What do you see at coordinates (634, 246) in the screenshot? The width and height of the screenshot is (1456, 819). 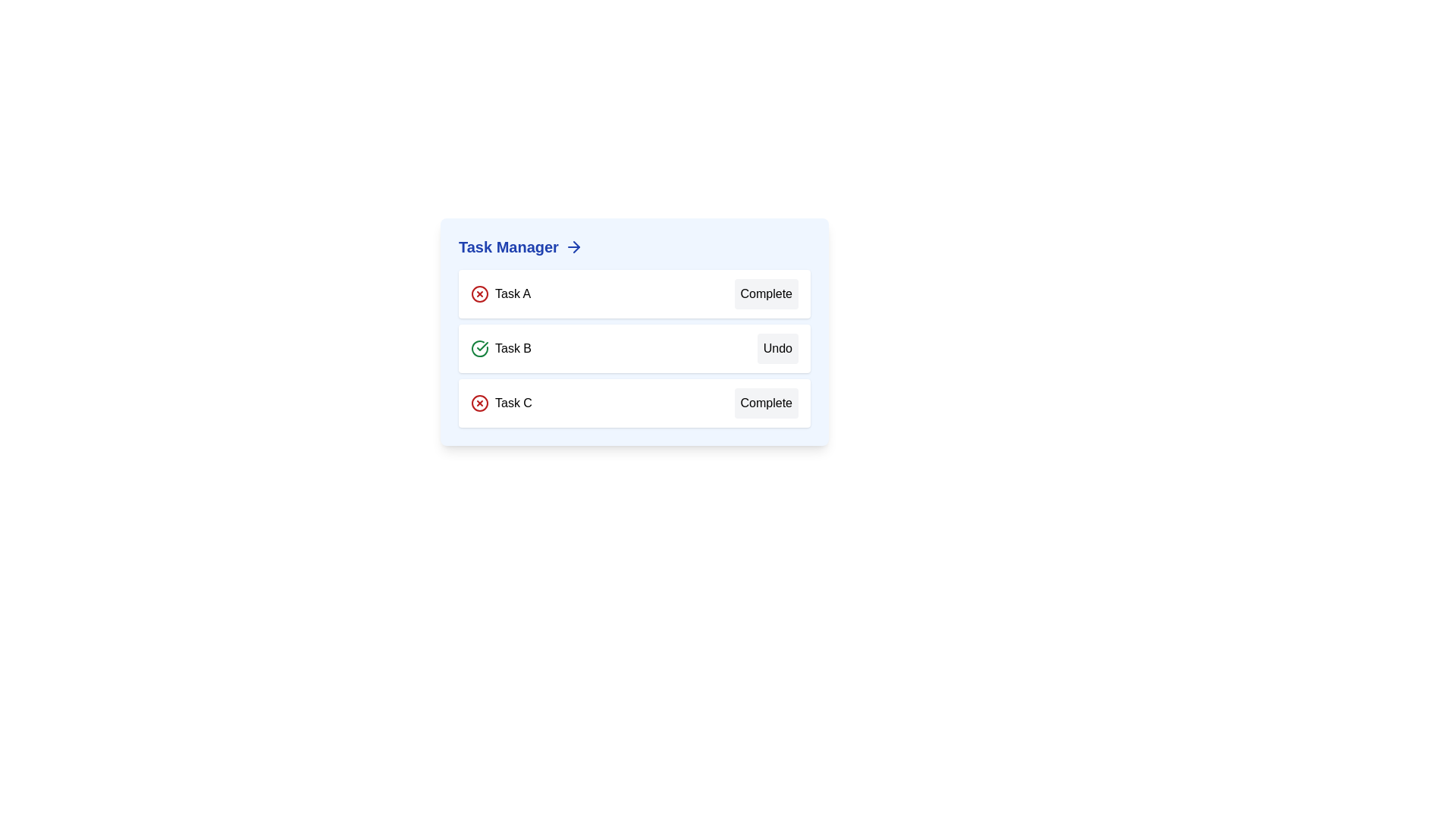 I see `the heading text and icon to emphasize it visually` at bounding box center [634, 246].